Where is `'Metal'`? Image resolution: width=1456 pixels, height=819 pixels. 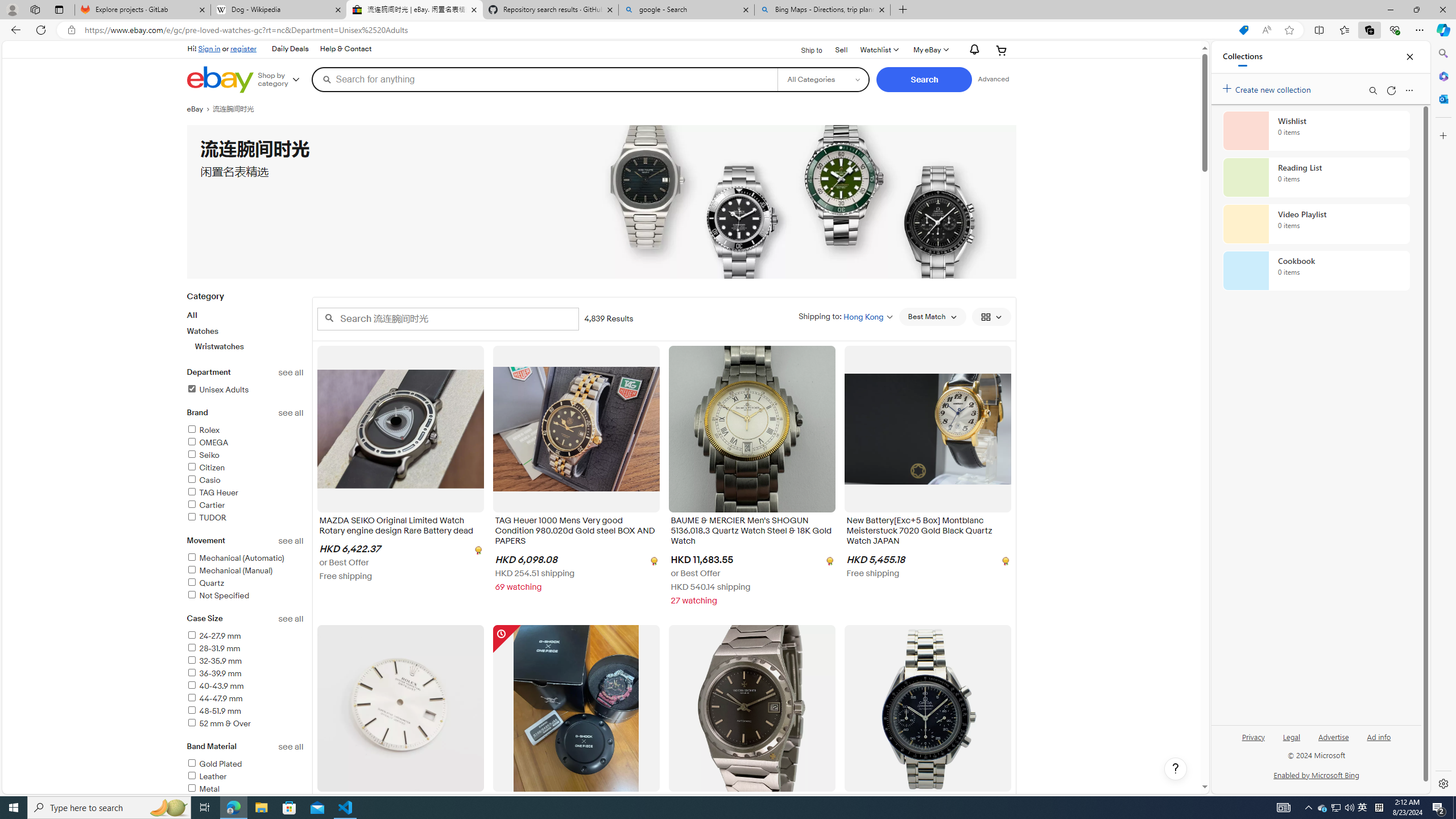
'Metal' is located at coordinates (245, 789).